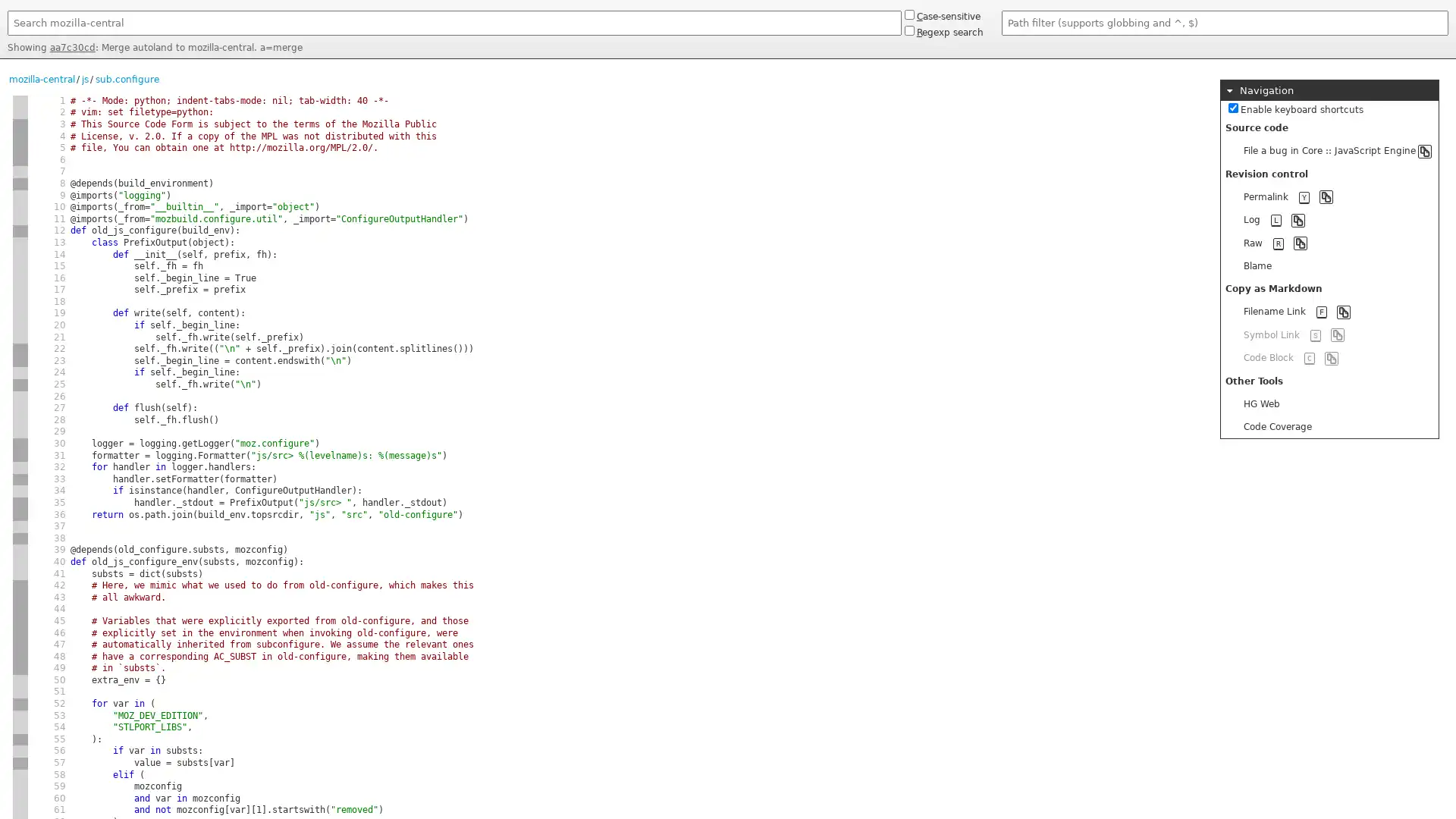 The width and height of the screenshot is (1456, 819). I want to click on same hash 2, so click(20, 608).